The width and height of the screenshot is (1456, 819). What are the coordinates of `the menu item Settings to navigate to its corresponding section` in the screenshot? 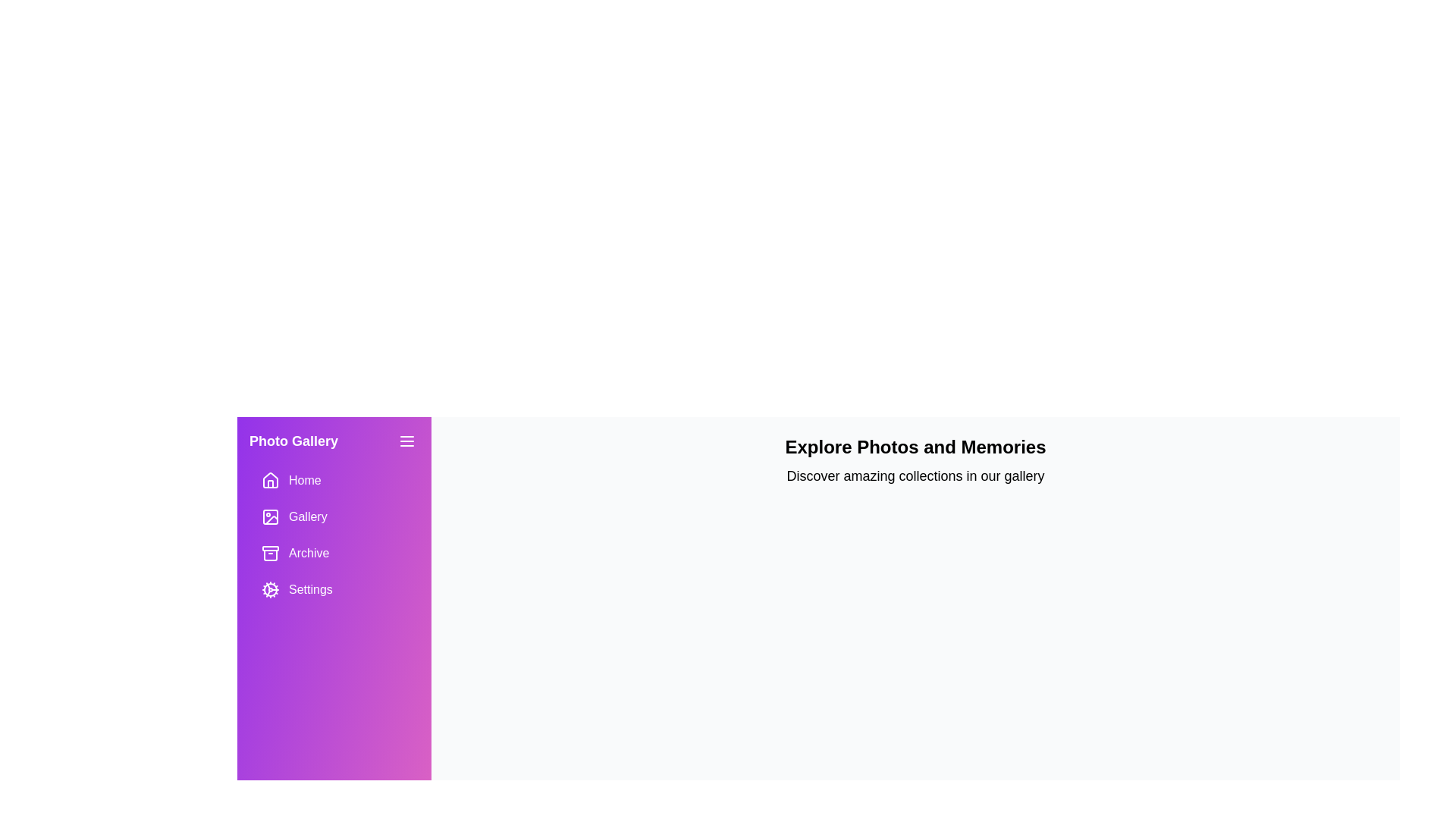 It's located at (334, 589).